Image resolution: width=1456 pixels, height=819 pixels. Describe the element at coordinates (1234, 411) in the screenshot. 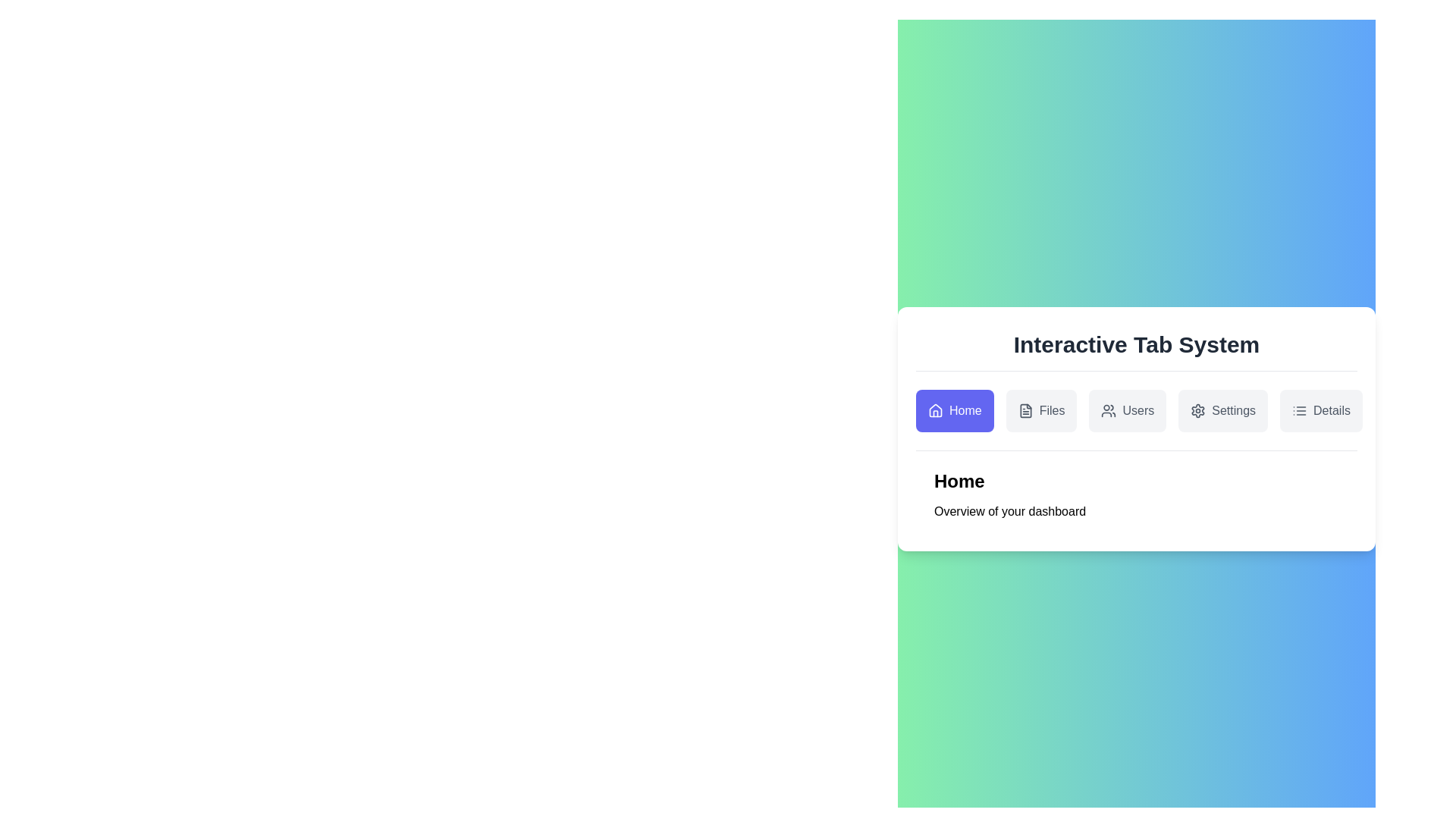

I see `the 'Settings' text label in the navigation bar` at that location.